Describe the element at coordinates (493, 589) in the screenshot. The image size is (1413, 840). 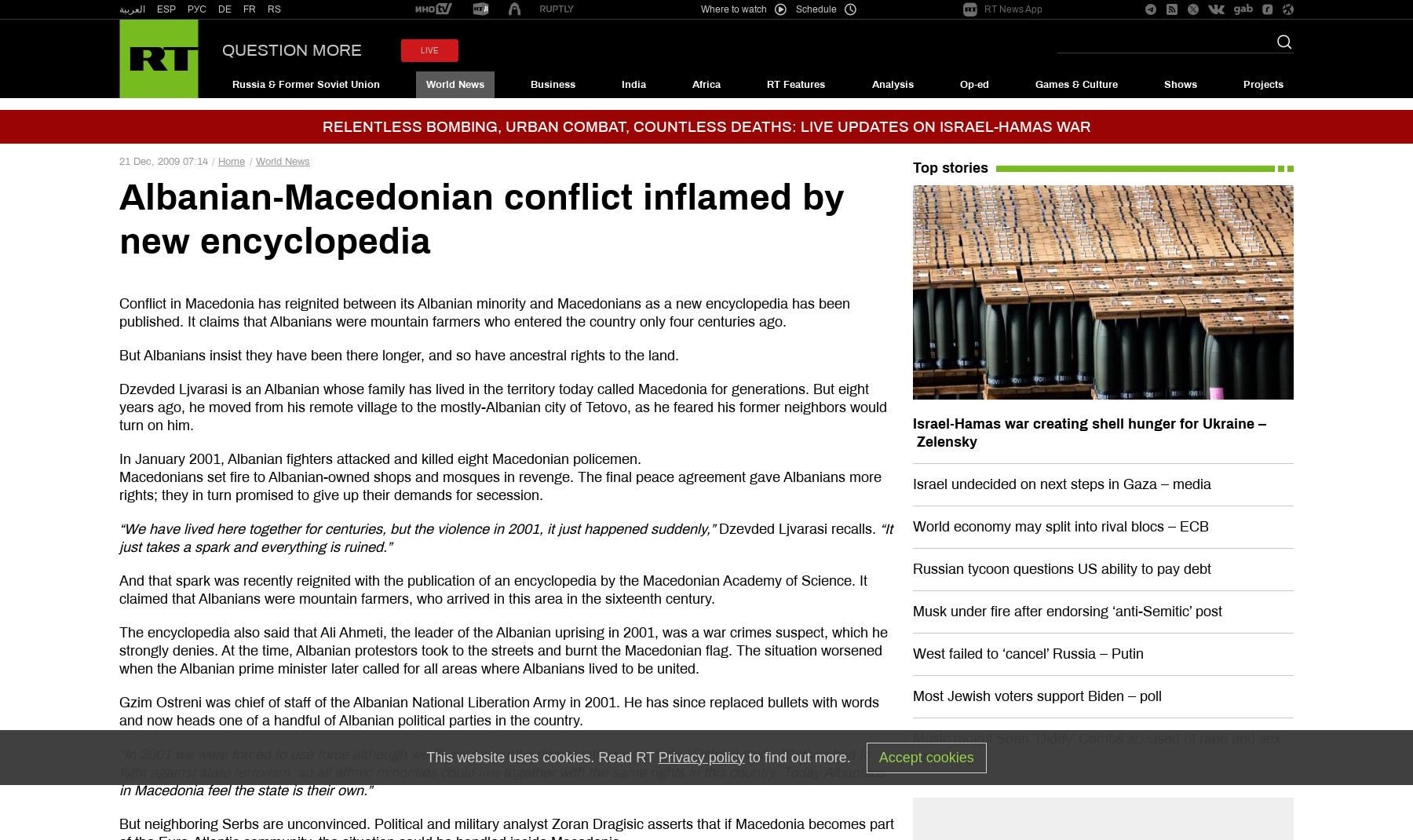
I see `'And that spark was recently reignited with the publication of an encyclopedia by the Macedonian Academy of Science. It claimed that Albanians were mountain farmers, who arrived in this area in the sixteenth century.'` at that location.